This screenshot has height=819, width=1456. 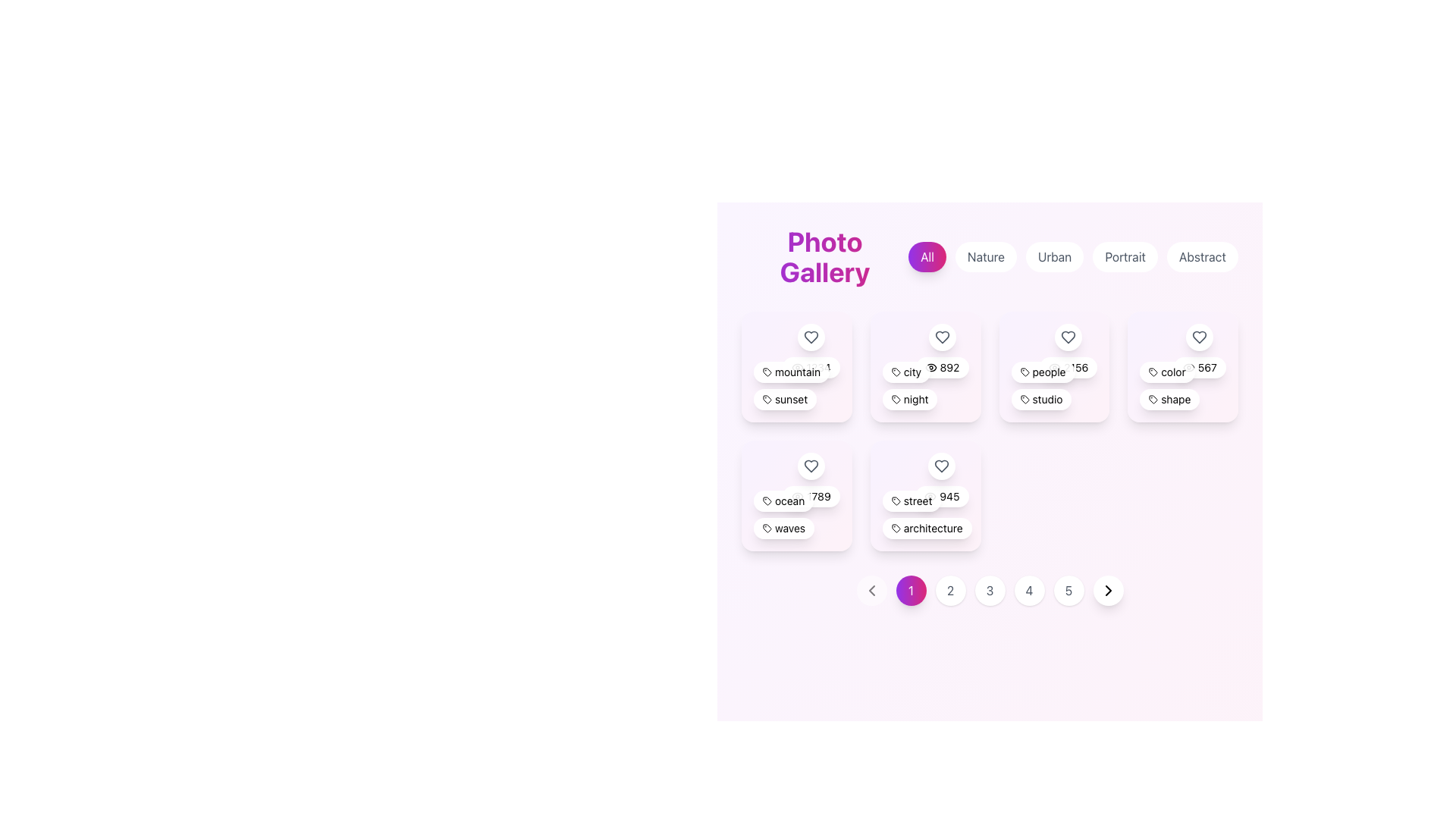 I want to click on the heart icon button located in the top-right section of the 'ocean' and '789' card, so click(x=811, y=465).